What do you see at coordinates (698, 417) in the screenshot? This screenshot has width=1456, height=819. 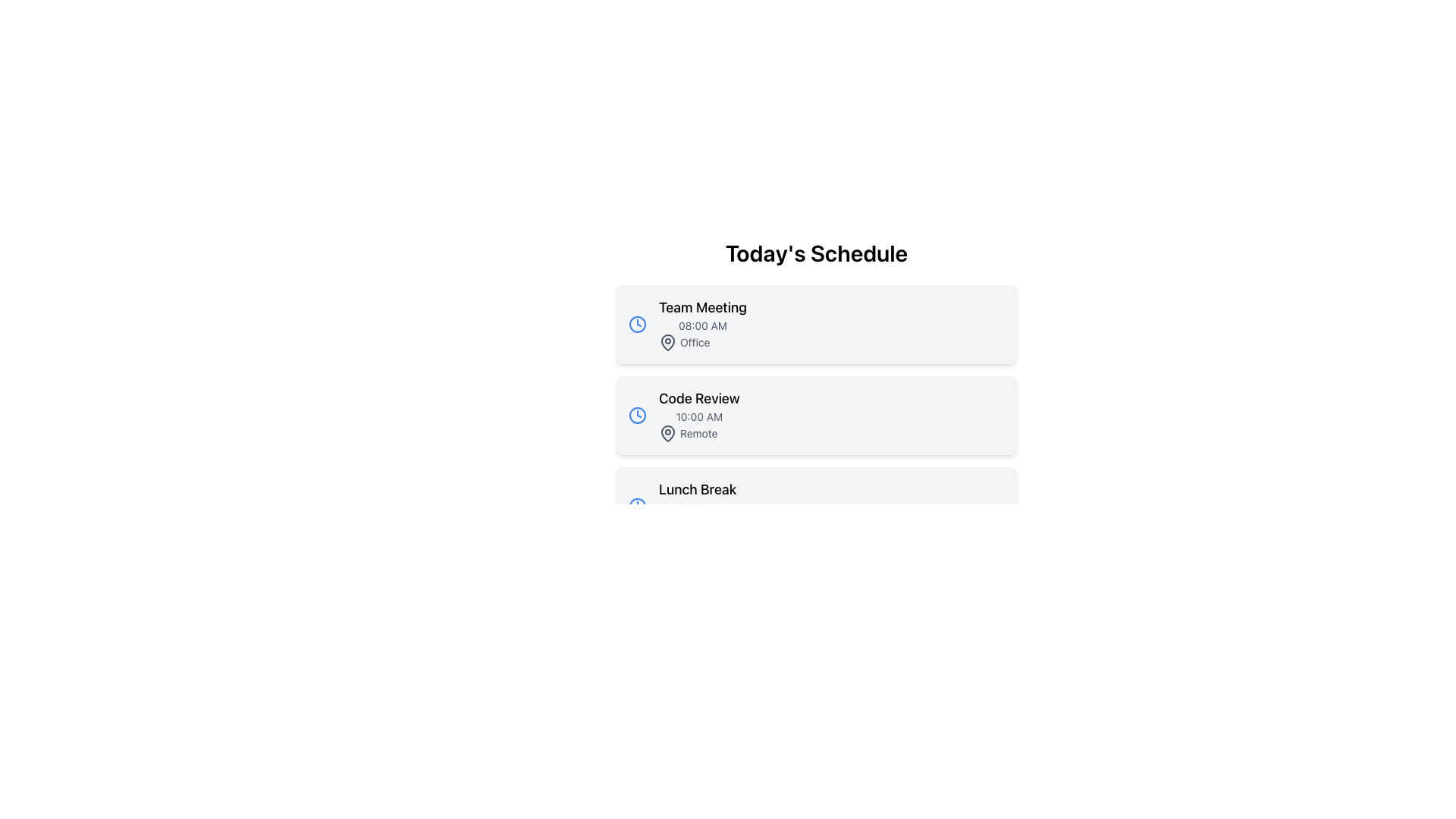 I see `text '10:00 AM' displayed in the Text Label for the 'Code Review' event located below the title and above the 'Remote' text` at bounding box center [698, 417].